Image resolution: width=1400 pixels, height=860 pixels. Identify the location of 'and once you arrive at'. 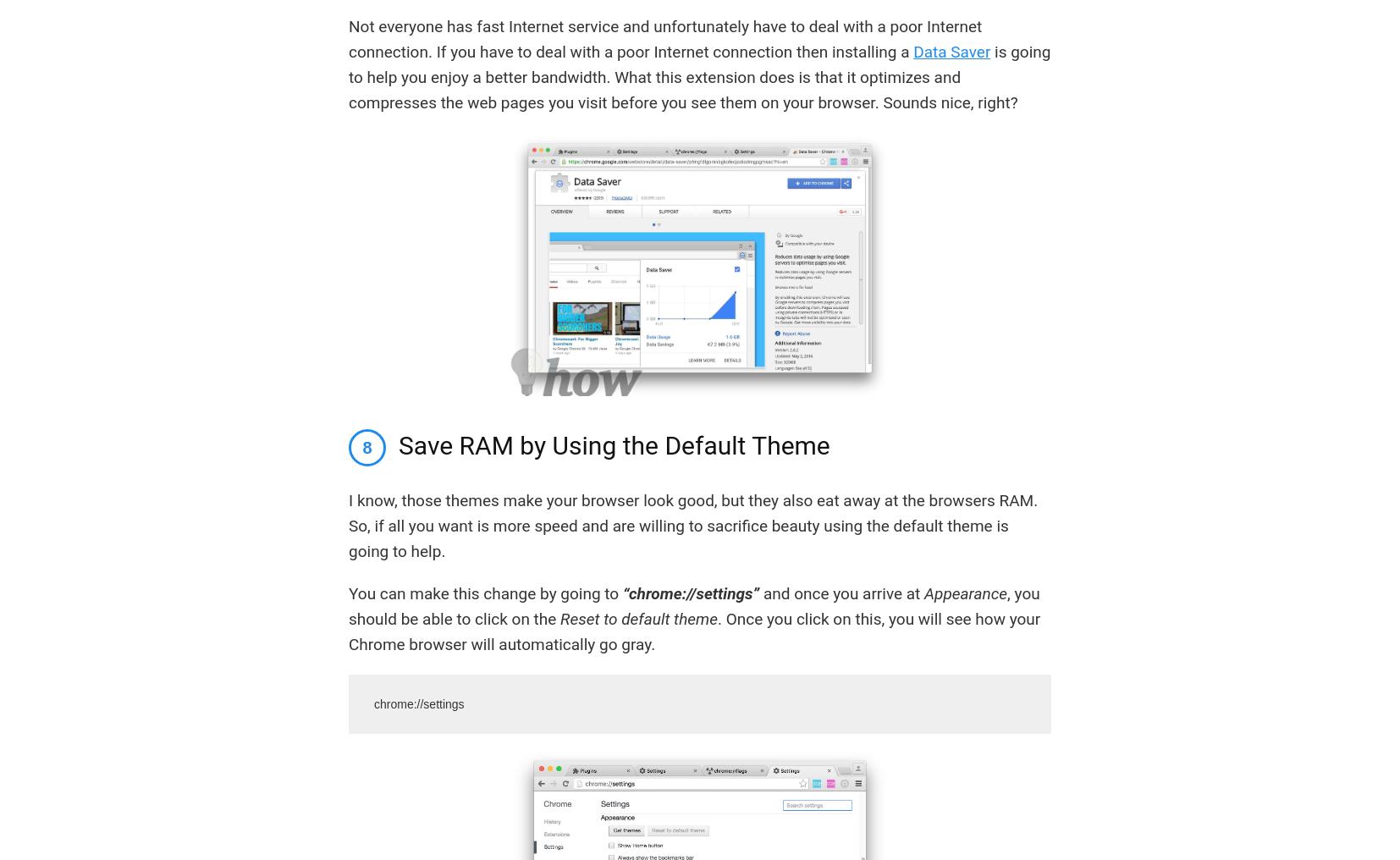
(841, 593).